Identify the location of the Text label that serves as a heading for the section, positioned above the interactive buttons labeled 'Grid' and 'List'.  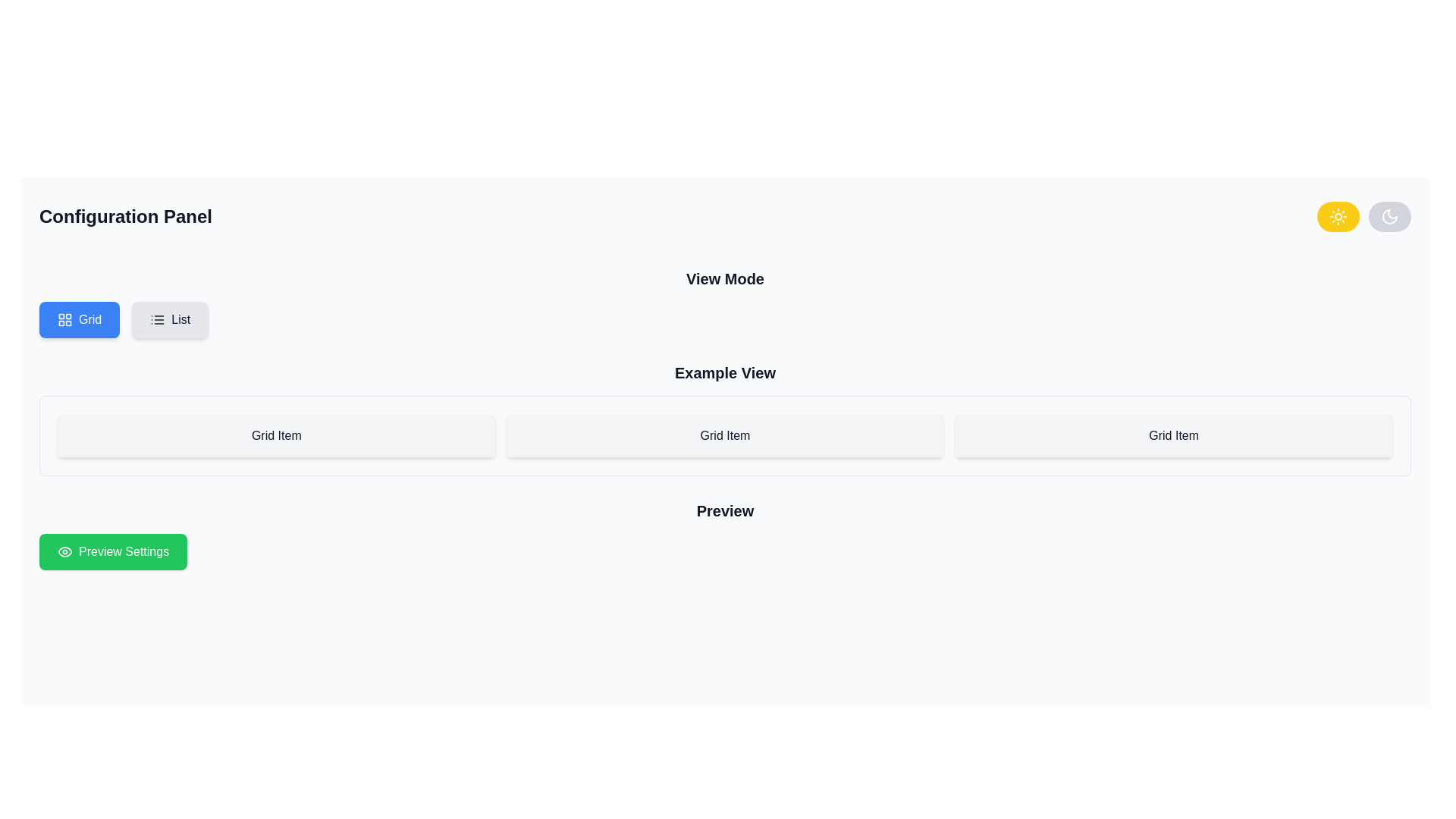
(724, 278).